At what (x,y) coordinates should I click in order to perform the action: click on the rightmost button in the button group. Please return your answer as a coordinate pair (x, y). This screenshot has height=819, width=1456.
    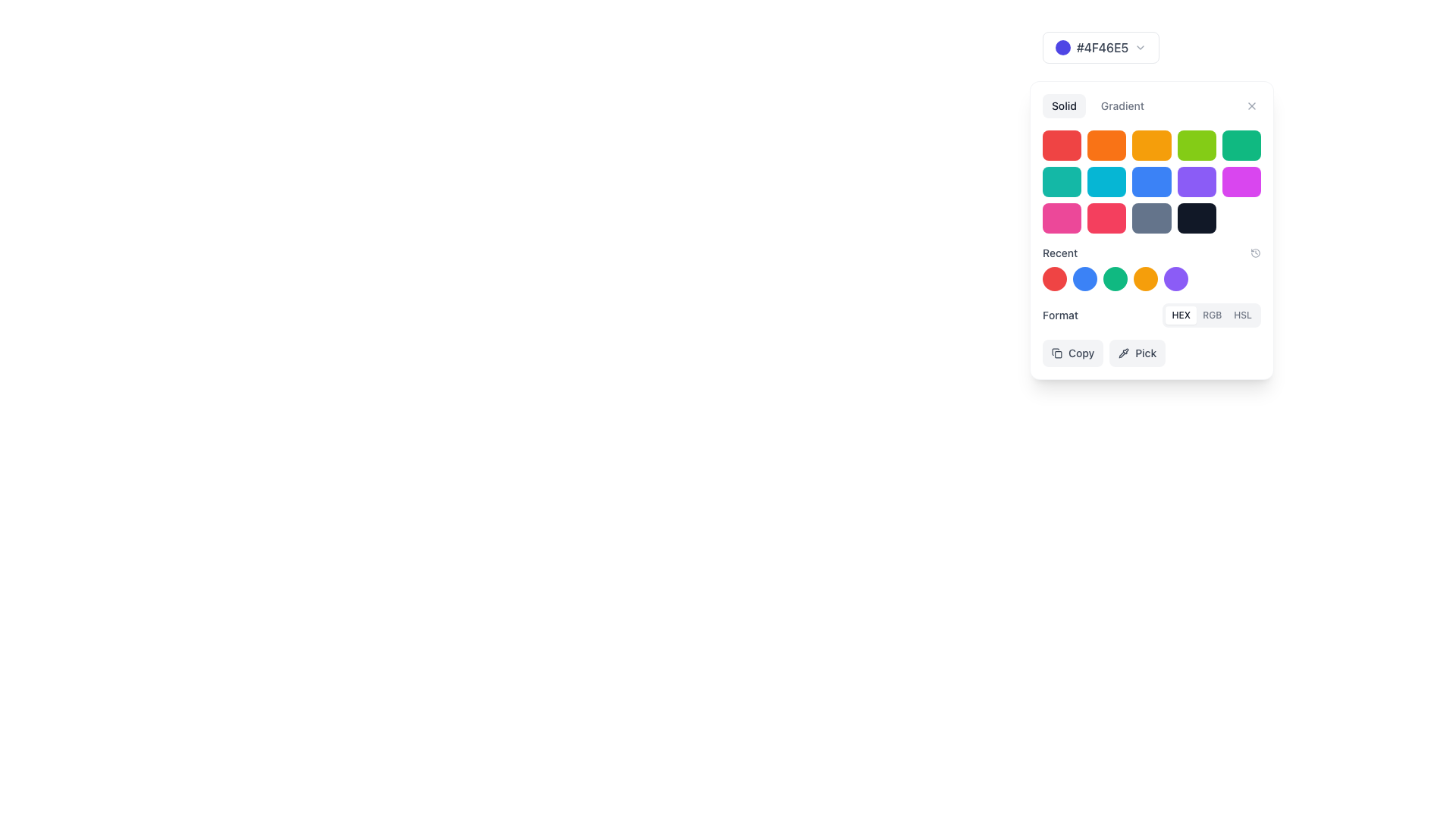
    Looking at the image, I should click on (1122, 105).